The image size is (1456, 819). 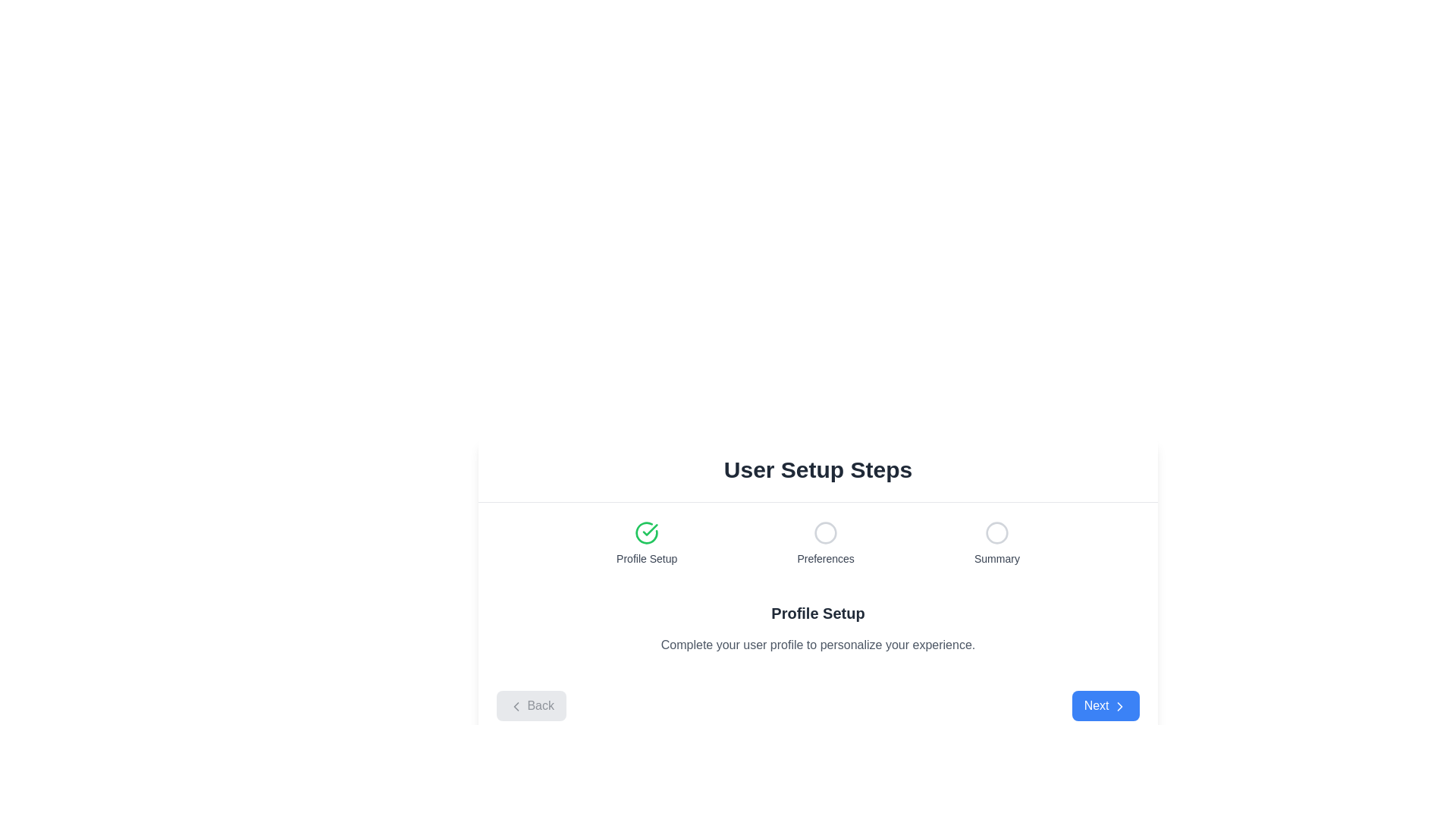 I want to click on the circular progress indicator representing the second step labeled 'Preferences' in the progress tracker, so click(x=825, y=532).